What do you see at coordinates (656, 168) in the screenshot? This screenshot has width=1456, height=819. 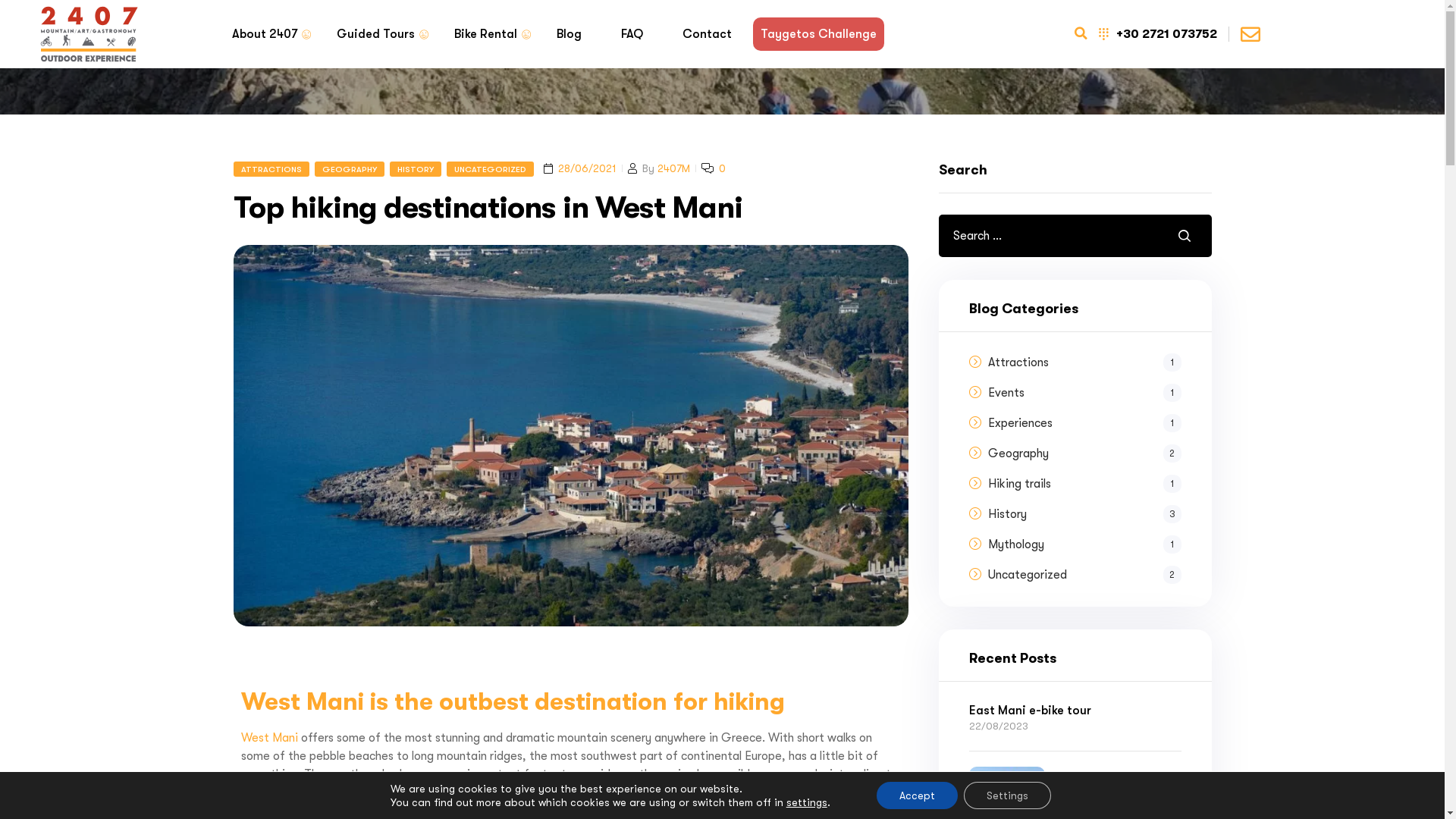 I see `'2407M'` at bounding box center [656, 168].